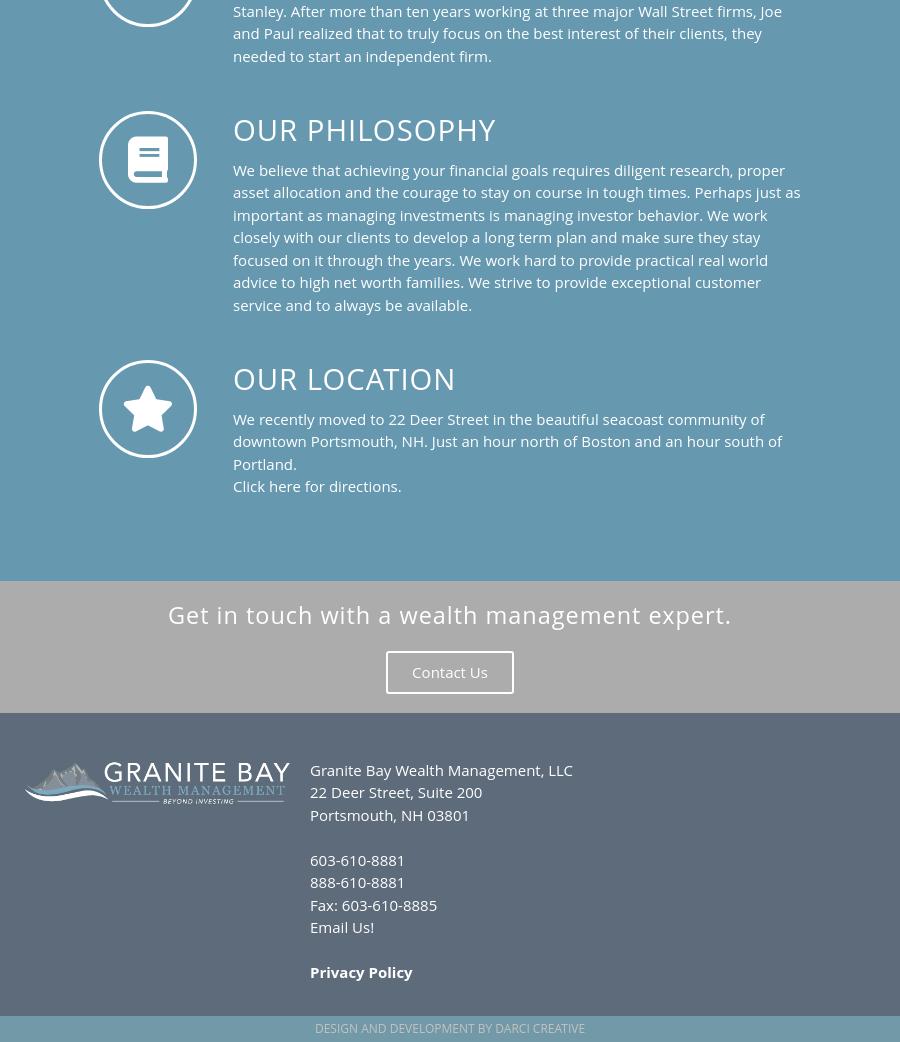  What do you see at coordinates (360, 971) in the screenshot?
I see `'Privacy Policy'` at bounding box center [360, 971].